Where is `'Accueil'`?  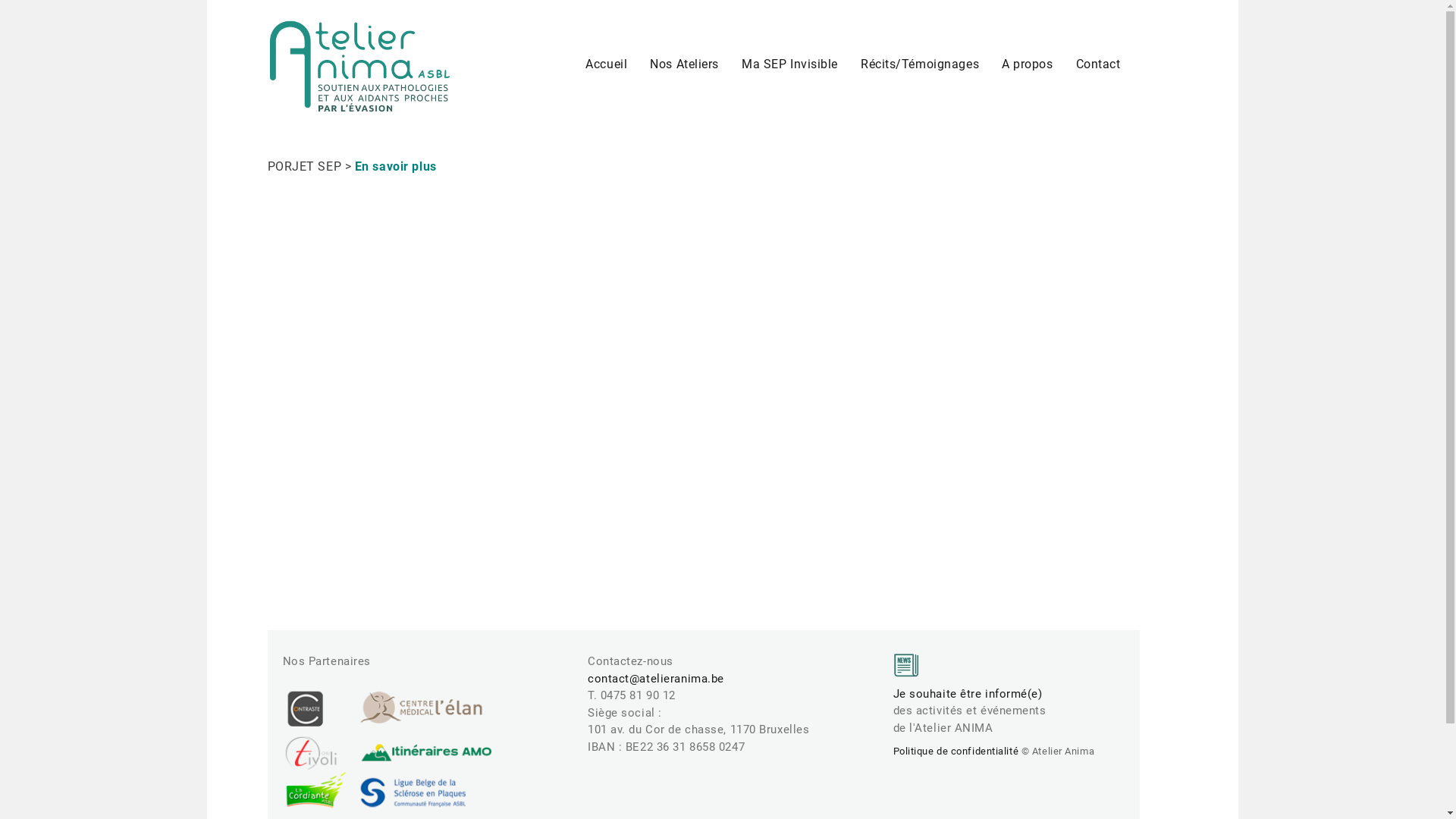 'Accueil' is located at coordinates (605, 63).